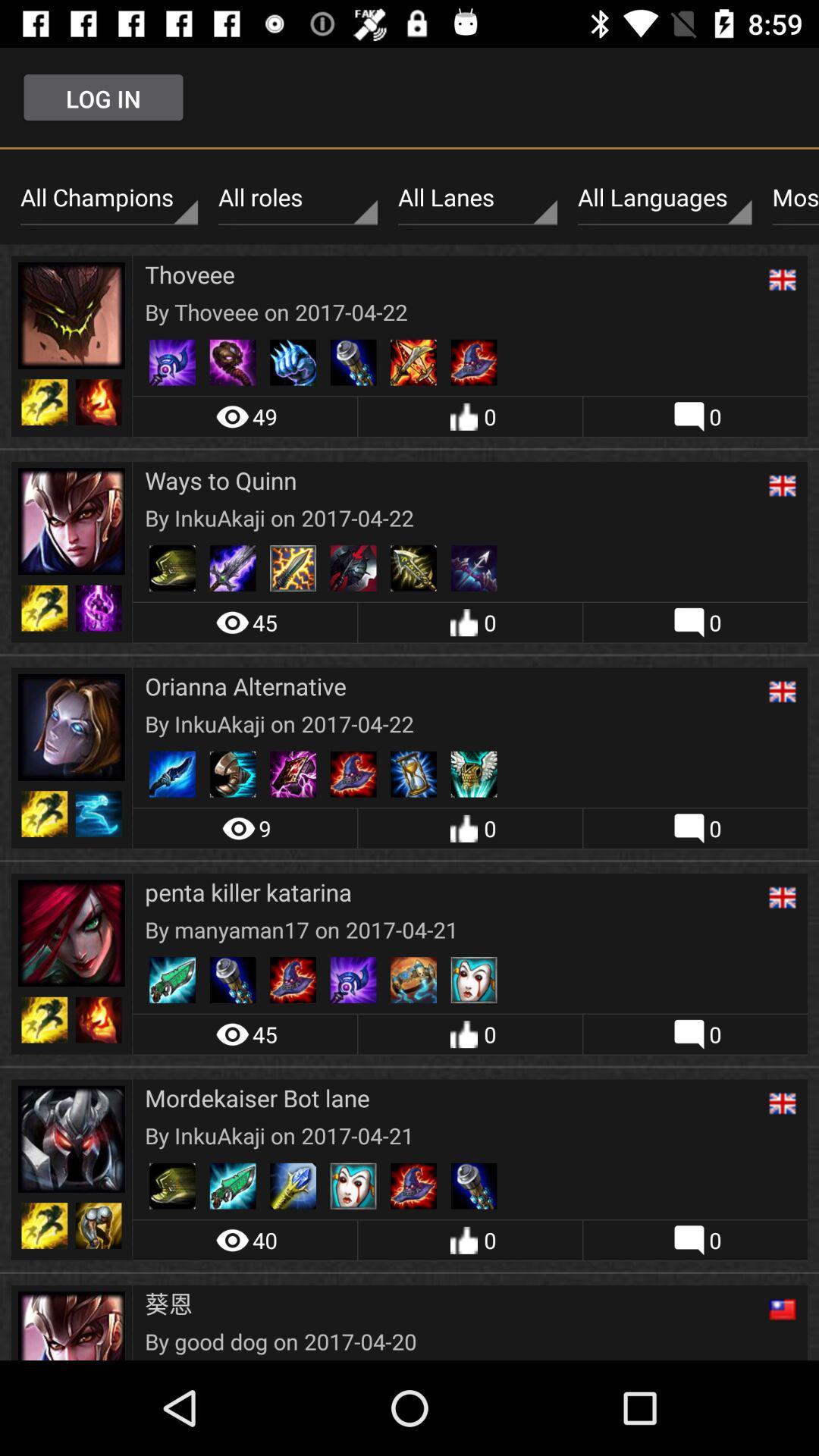 This screenshot has width=819, height=1456. I want to click on icon to the right of all lanes icon, so click(664, 197).